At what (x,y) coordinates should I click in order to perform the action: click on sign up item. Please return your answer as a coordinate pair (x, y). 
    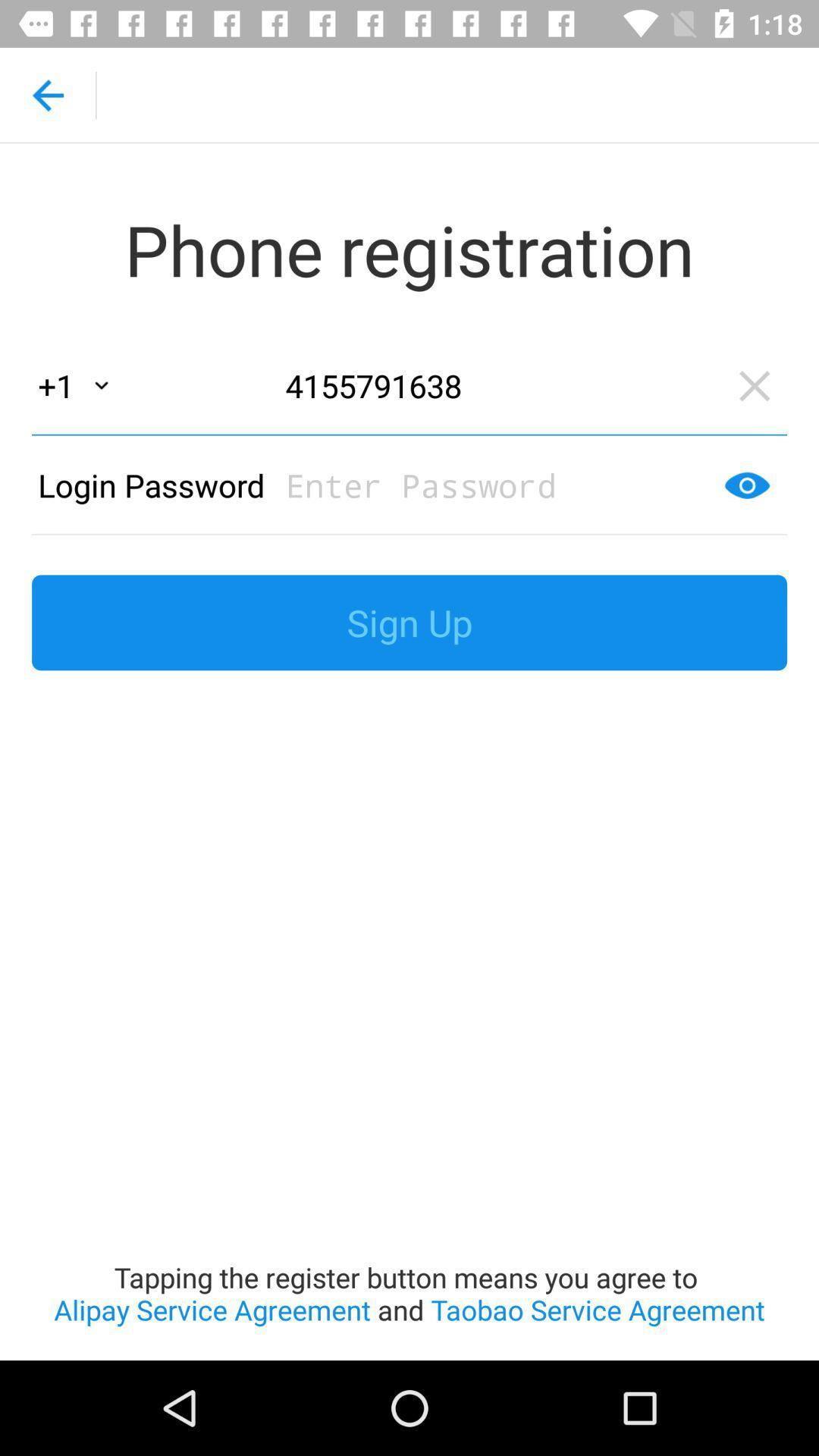
    Looking at the image, I should click on (409, 623).